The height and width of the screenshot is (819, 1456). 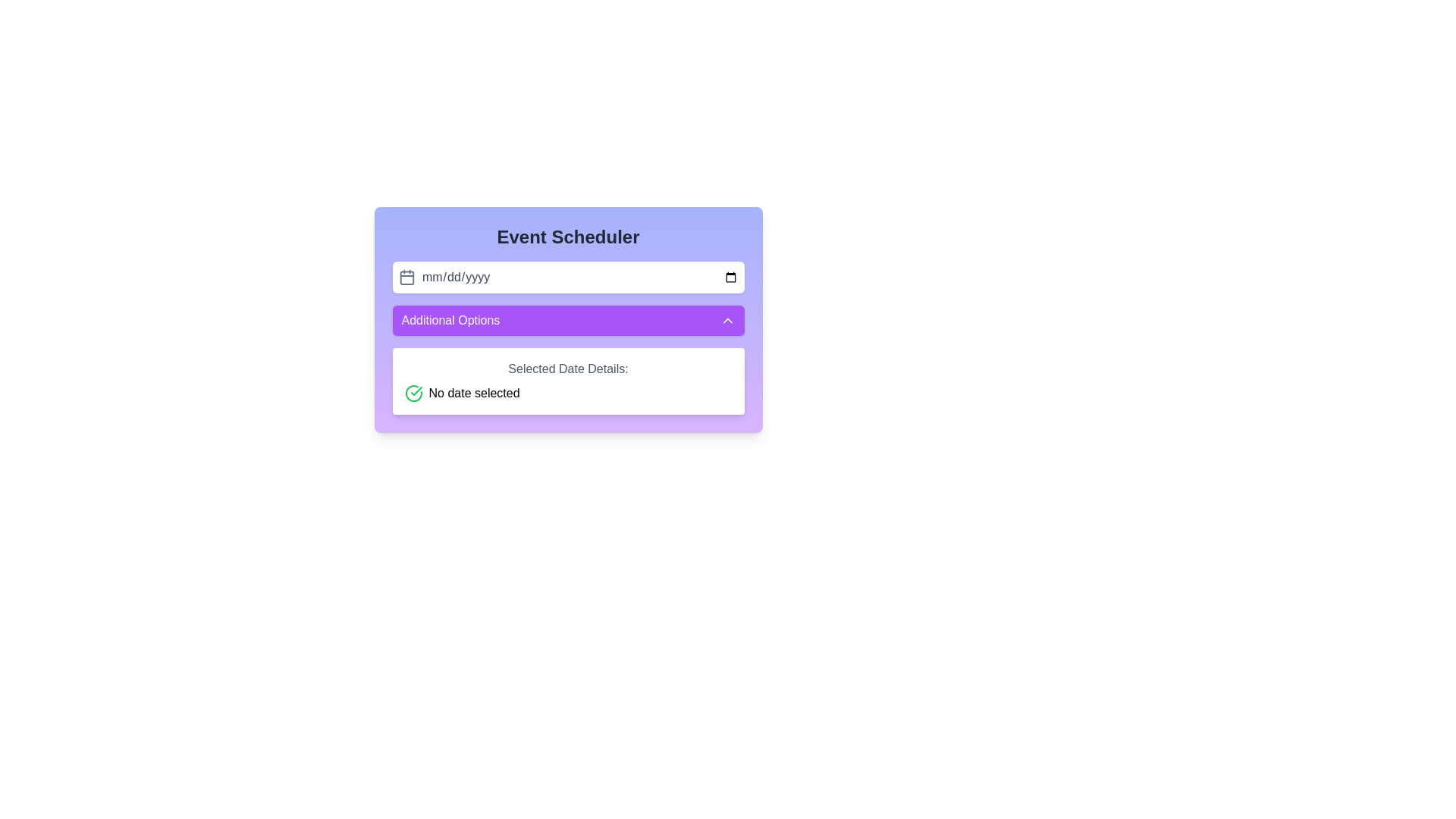 I want to click on the chevron-up icon within the 'Additional Options' button, which is styled with a minimalistic design and positioned on the right side of the interface, so click(x=726, y=320).